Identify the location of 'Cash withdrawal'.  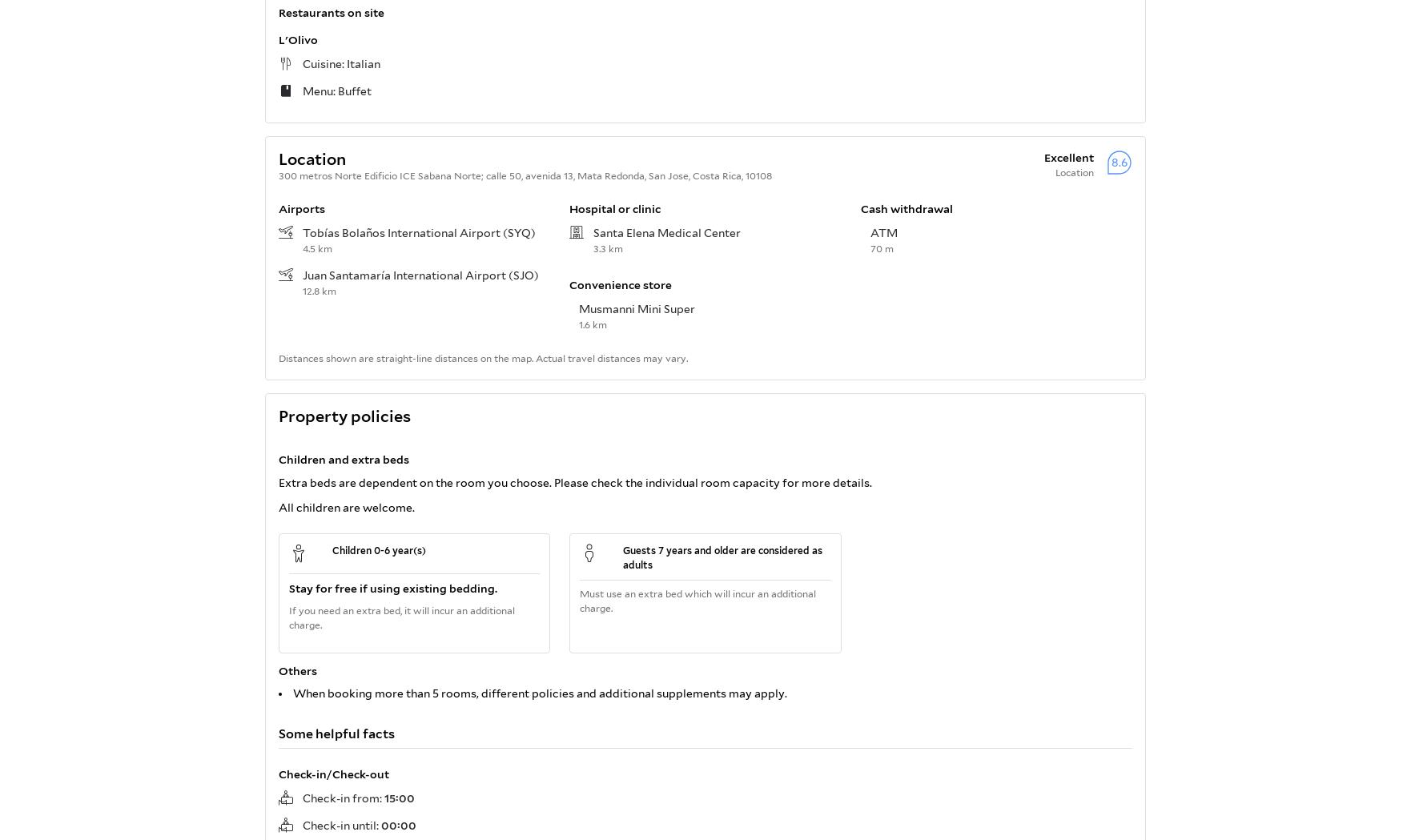
(906, 207).